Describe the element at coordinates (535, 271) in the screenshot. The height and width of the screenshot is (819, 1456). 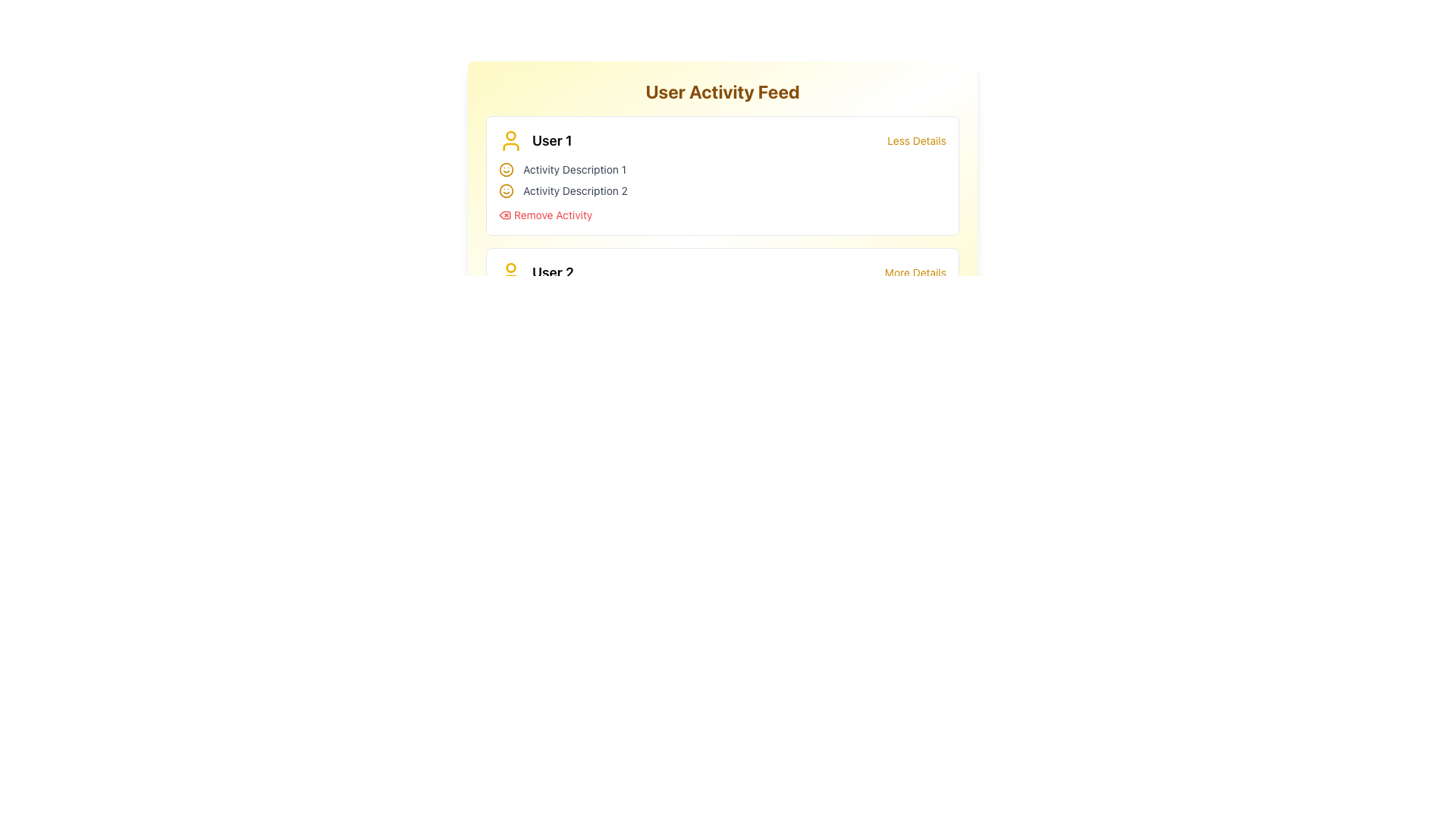
I see `the user identifier visual label that displays a user-related icon and their name` at that location.